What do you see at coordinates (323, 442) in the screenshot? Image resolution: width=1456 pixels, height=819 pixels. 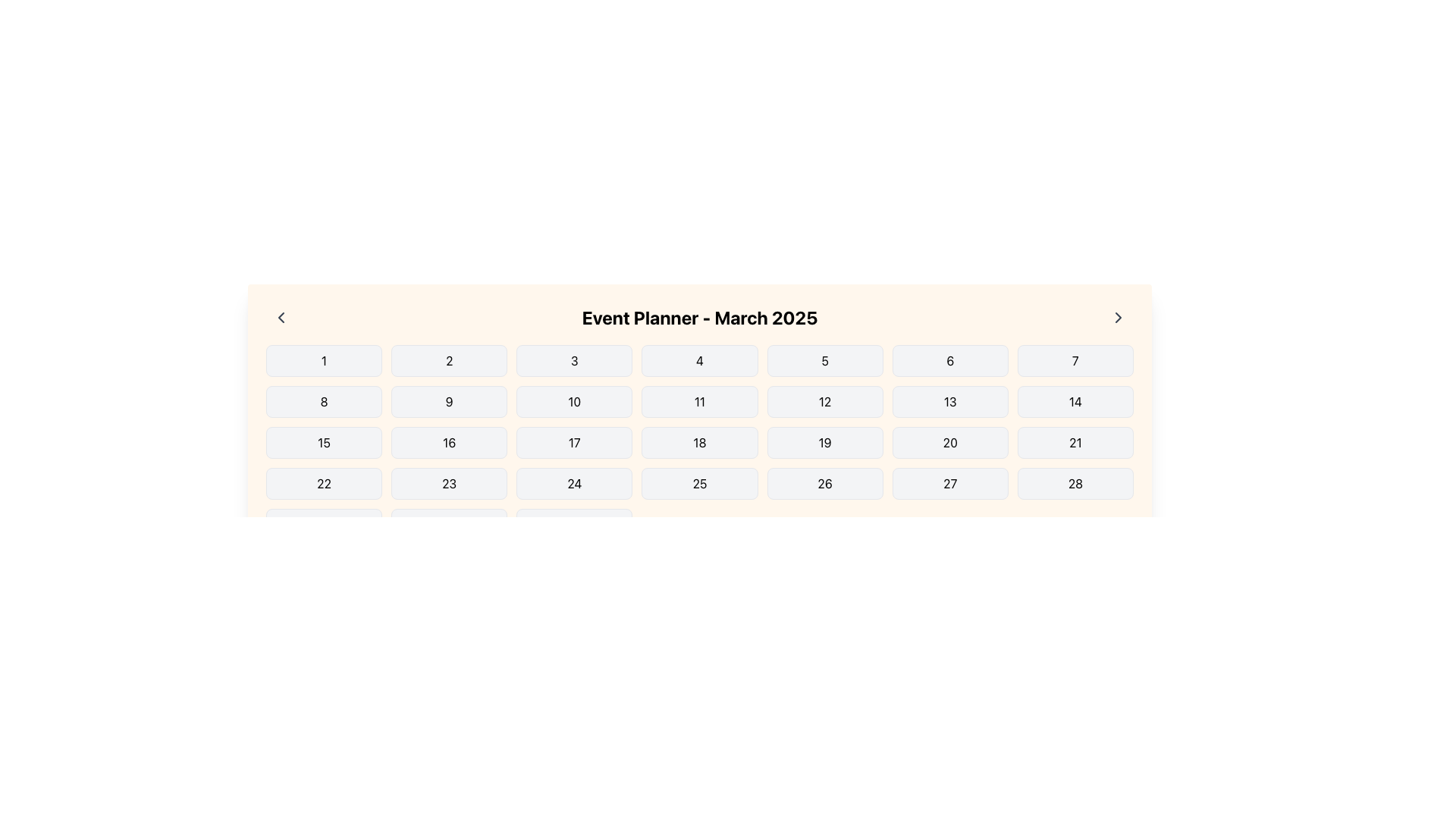 I see `the numerical text '15' located in the second column of the third row within a calendar interface` at bounding box center [323, 442].